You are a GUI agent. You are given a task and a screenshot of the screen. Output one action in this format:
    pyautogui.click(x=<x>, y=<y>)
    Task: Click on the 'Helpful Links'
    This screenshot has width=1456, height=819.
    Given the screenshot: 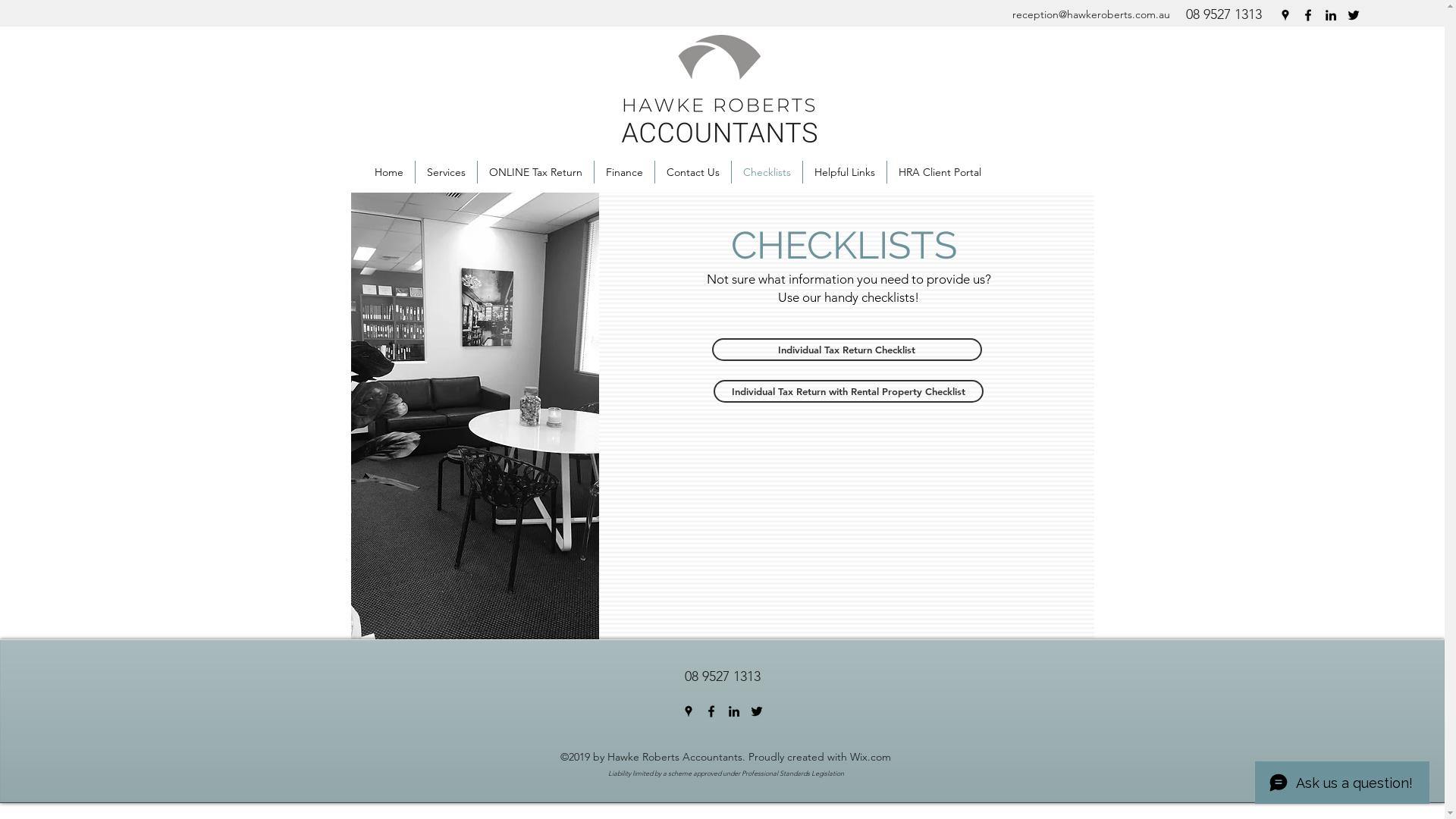 What is the action you would take?
    pyautogui.click(x=843, y=171)
    